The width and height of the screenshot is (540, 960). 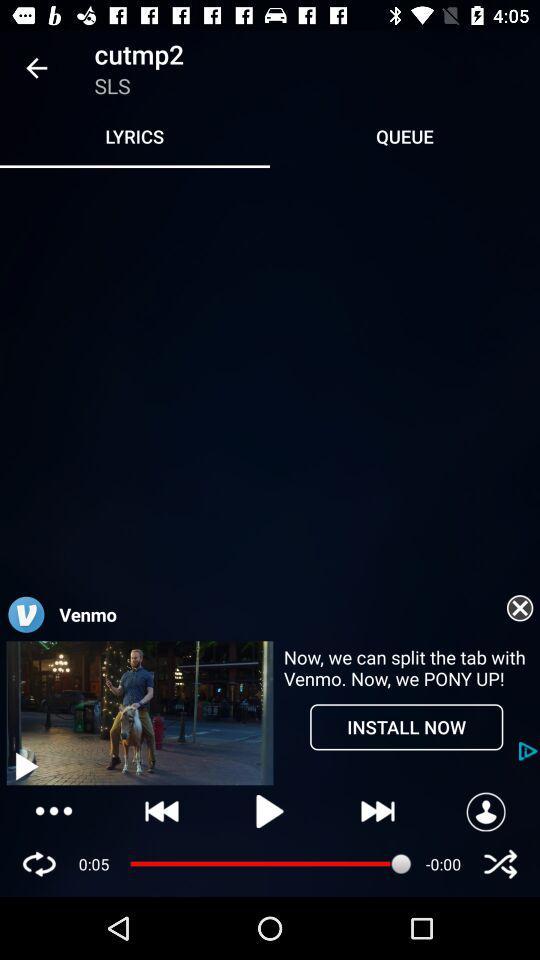 I want to click on the avatar icon, so click(x=485, y=811).